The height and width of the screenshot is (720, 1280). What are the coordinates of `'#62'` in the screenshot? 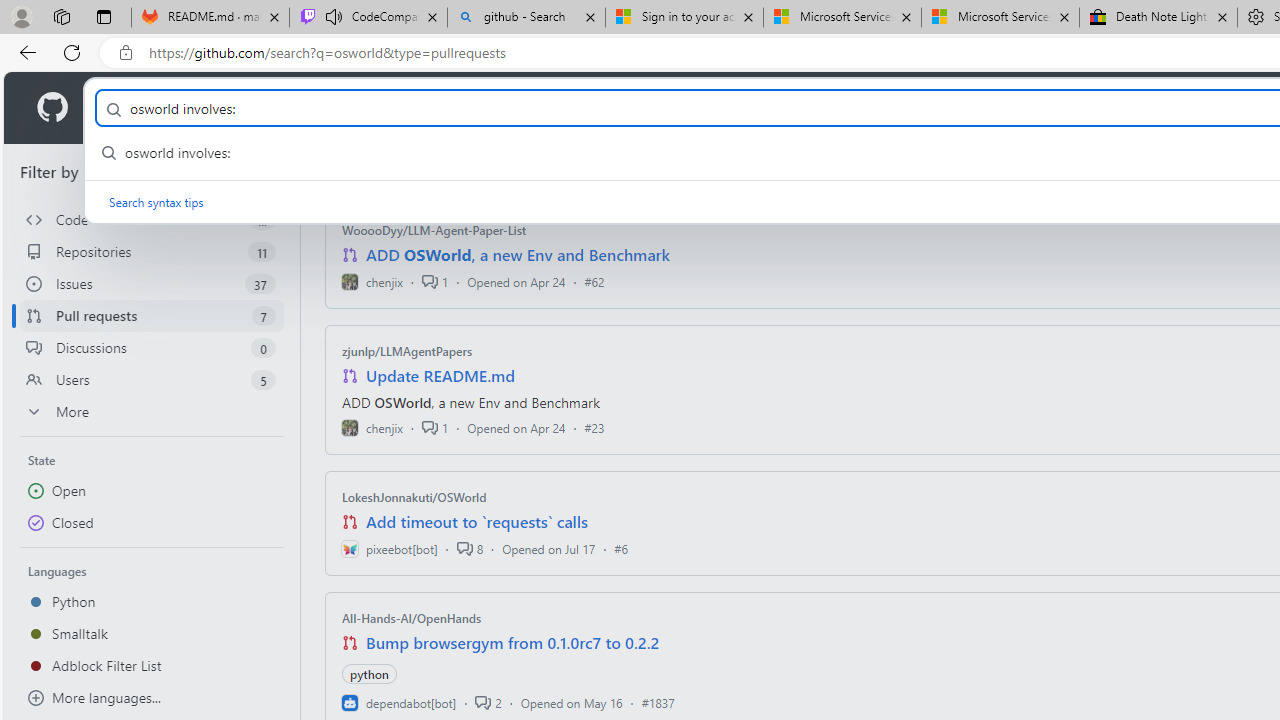 It's located at (593, 281).